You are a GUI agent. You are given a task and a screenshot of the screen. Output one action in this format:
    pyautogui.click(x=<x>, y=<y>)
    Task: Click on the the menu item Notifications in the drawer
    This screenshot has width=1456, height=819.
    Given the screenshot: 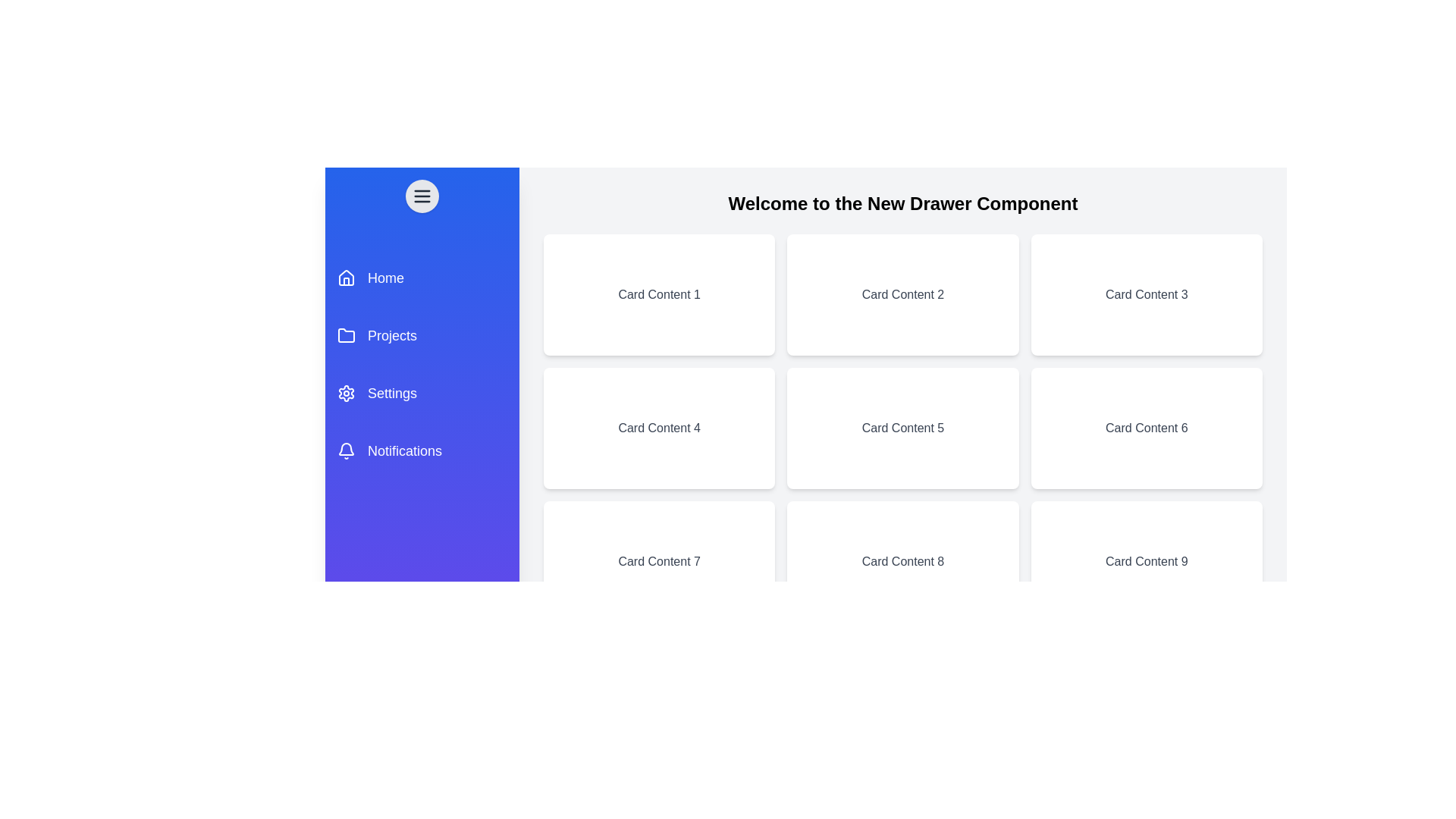 What is the action you would take?
    pyautogui.click(x=422, y=450)
    